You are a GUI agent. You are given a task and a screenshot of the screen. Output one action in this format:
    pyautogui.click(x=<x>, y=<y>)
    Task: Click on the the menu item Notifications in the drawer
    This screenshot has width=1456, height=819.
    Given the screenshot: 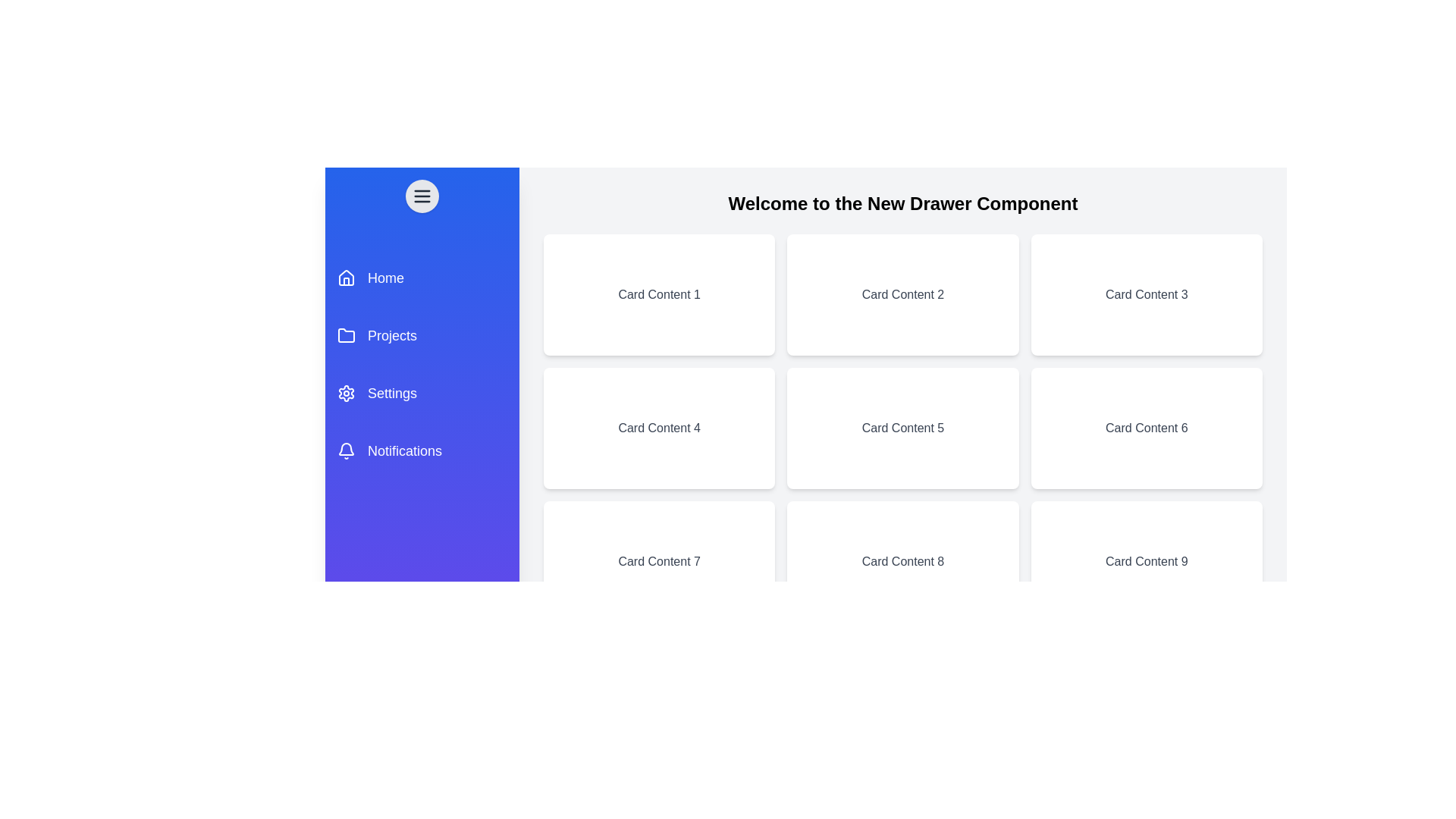 What is the action you would take?
    pyautogui.click(x=422, y=450)
    